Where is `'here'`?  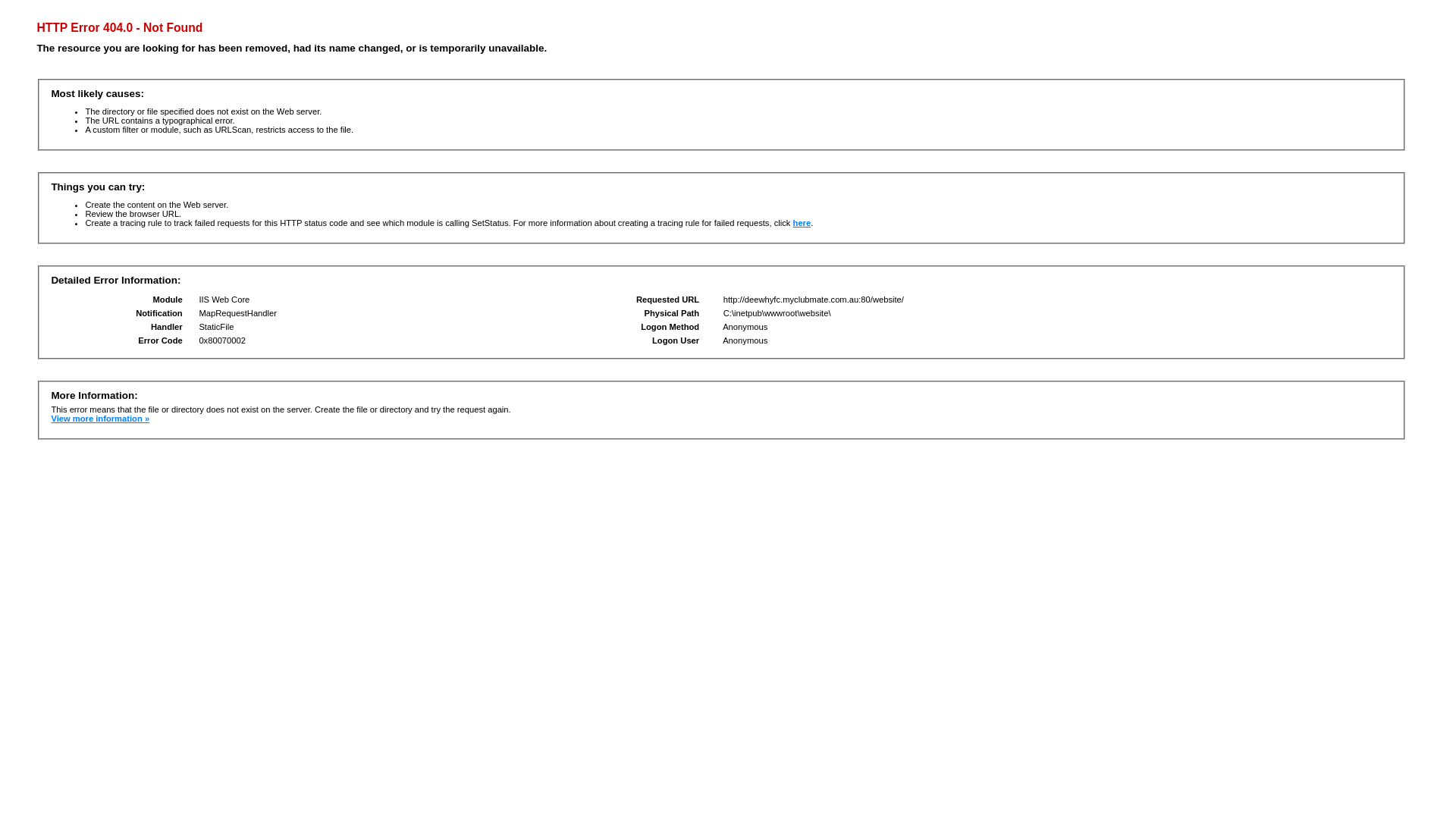
'here' is located at coordinates (792, 222).